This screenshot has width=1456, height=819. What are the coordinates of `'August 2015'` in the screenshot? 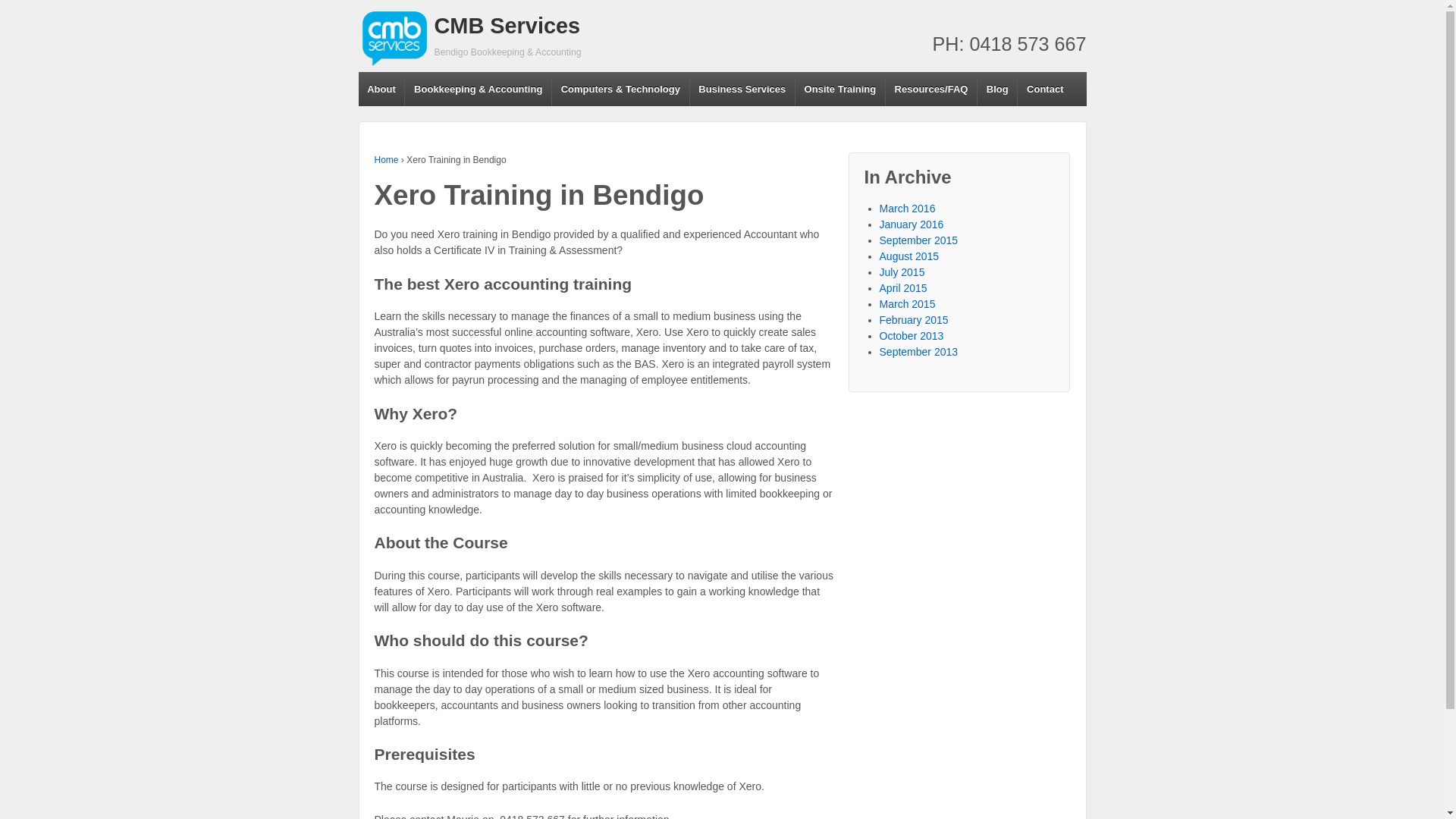 It's located at (880, 256).